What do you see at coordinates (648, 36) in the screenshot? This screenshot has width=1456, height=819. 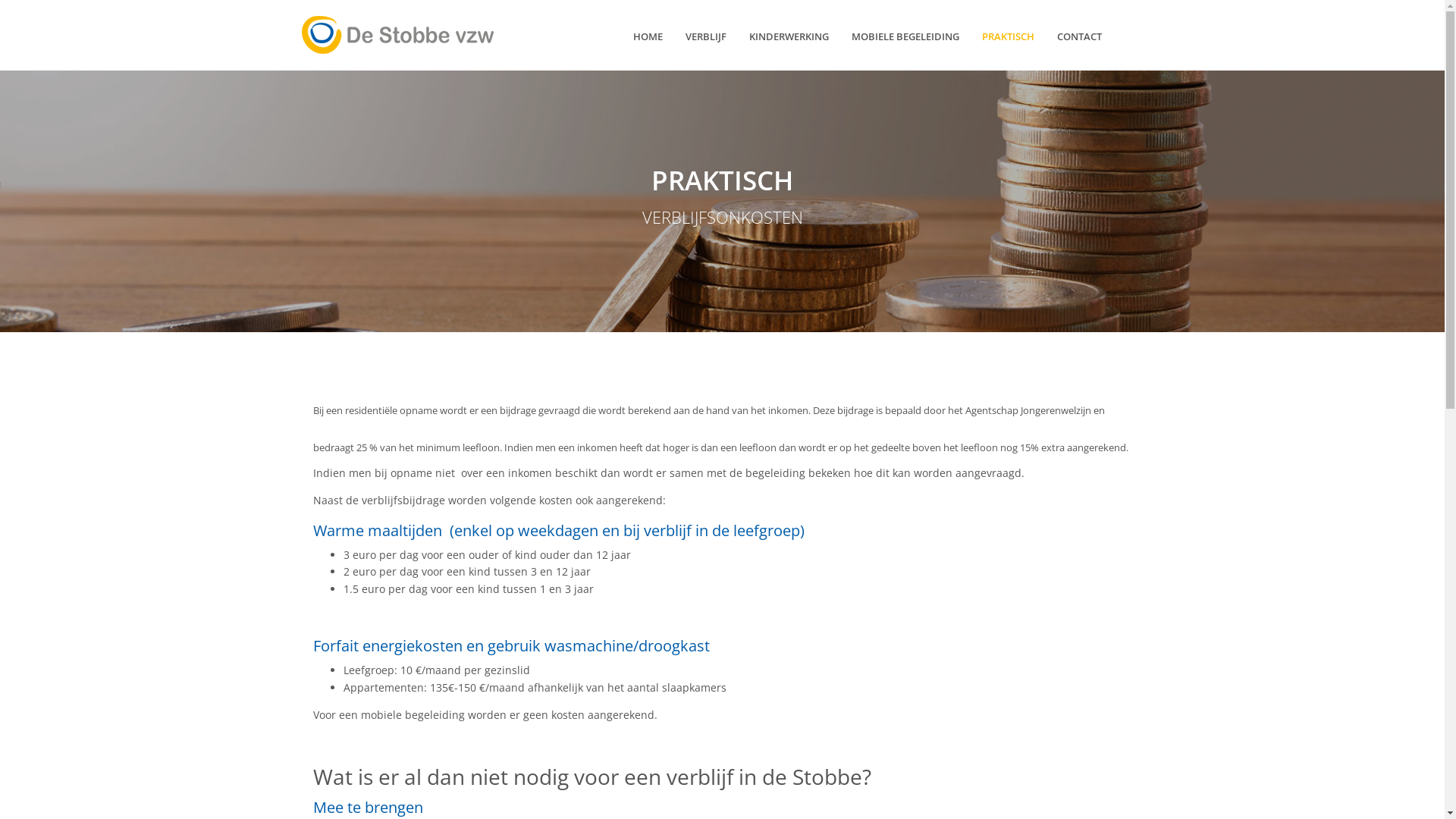 I see `'HOME'` at bounding box center [648, 36].